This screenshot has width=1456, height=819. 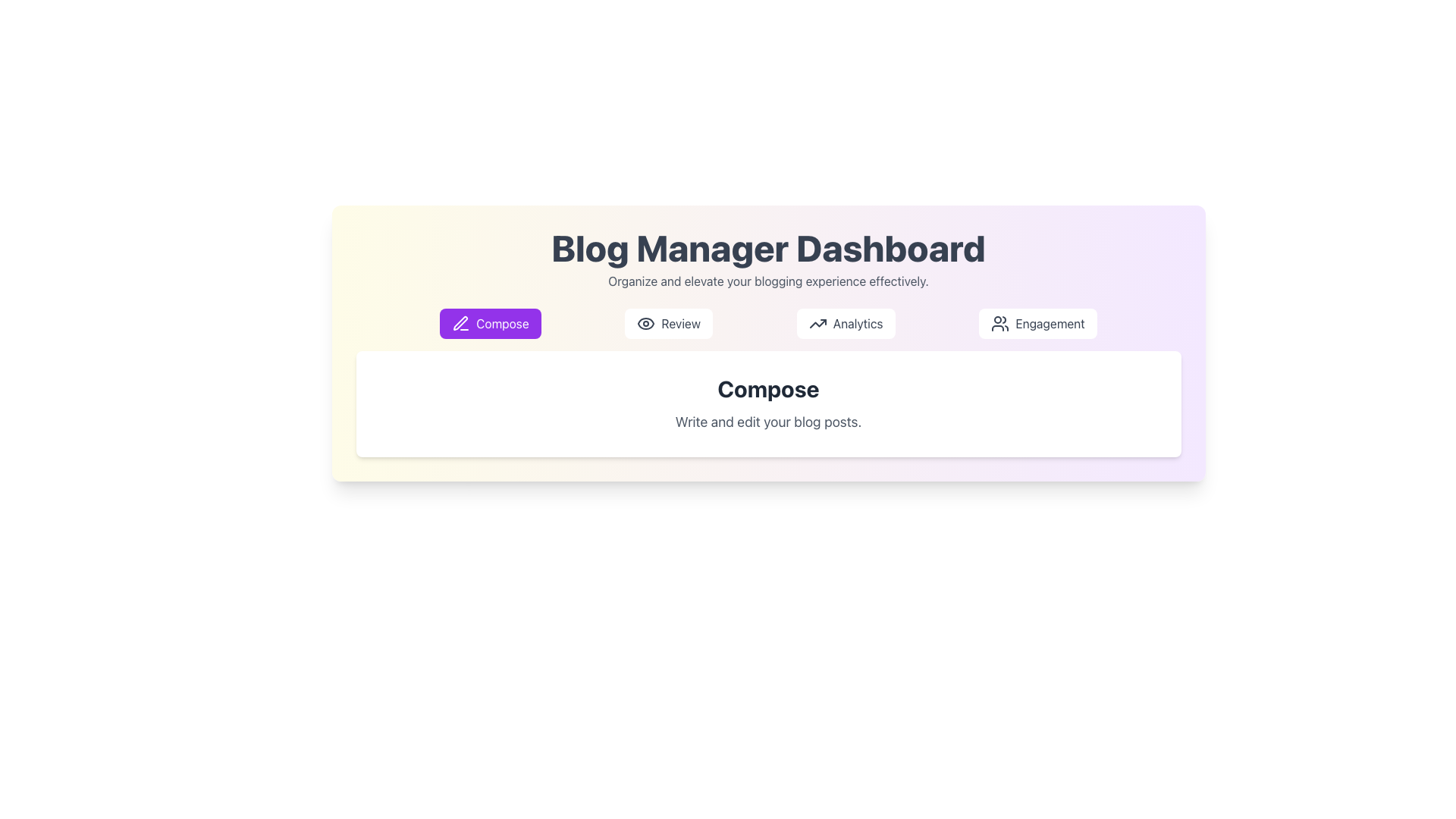 I want to click on the 'Engagement' button which features an icon resembling a group of people, positioned at the far-right of the row of buttons, so click(x=1000, y=323).